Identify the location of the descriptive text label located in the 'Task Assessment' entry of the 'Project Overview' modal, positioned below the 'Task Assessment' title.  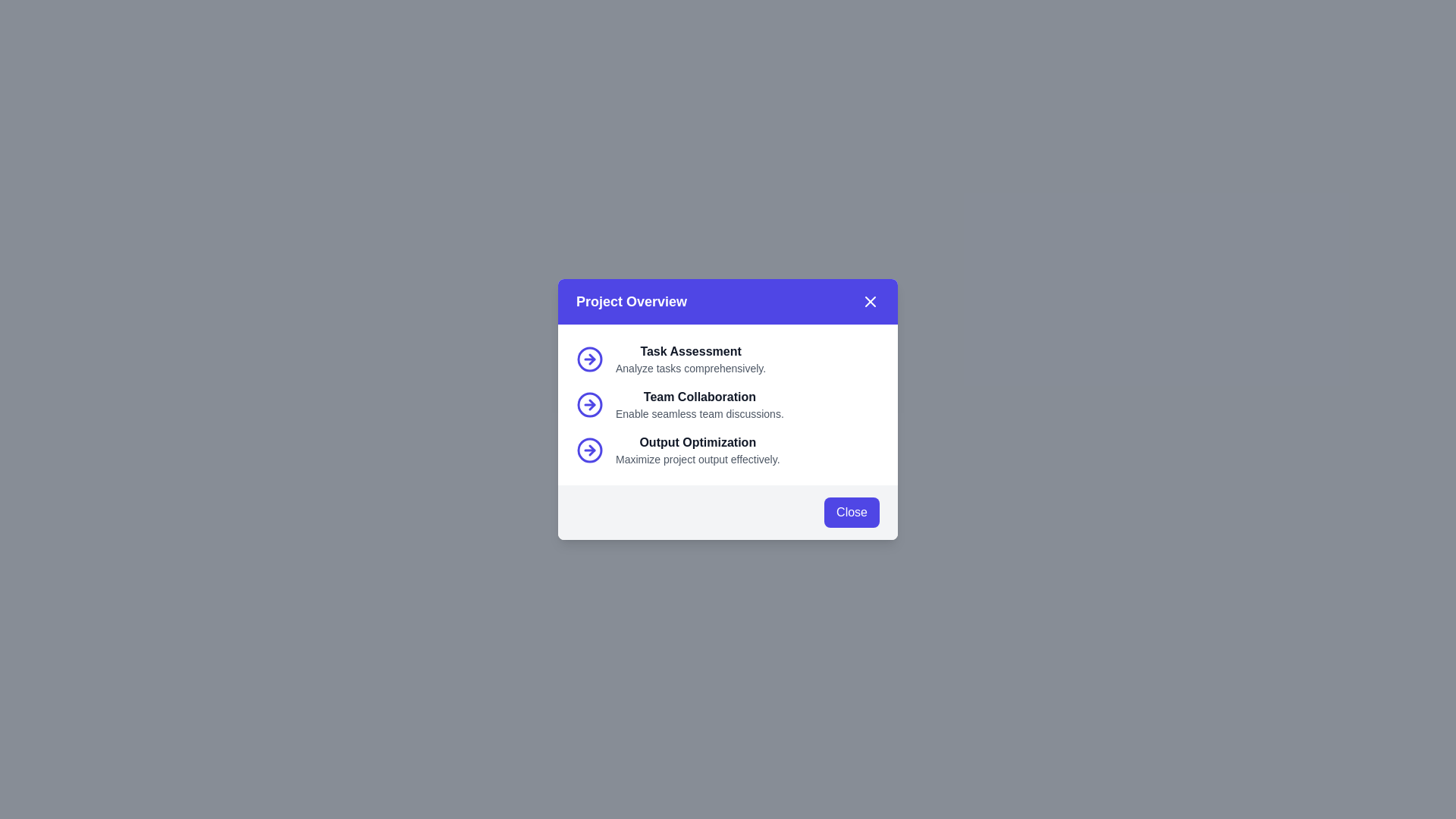
(690, 369).